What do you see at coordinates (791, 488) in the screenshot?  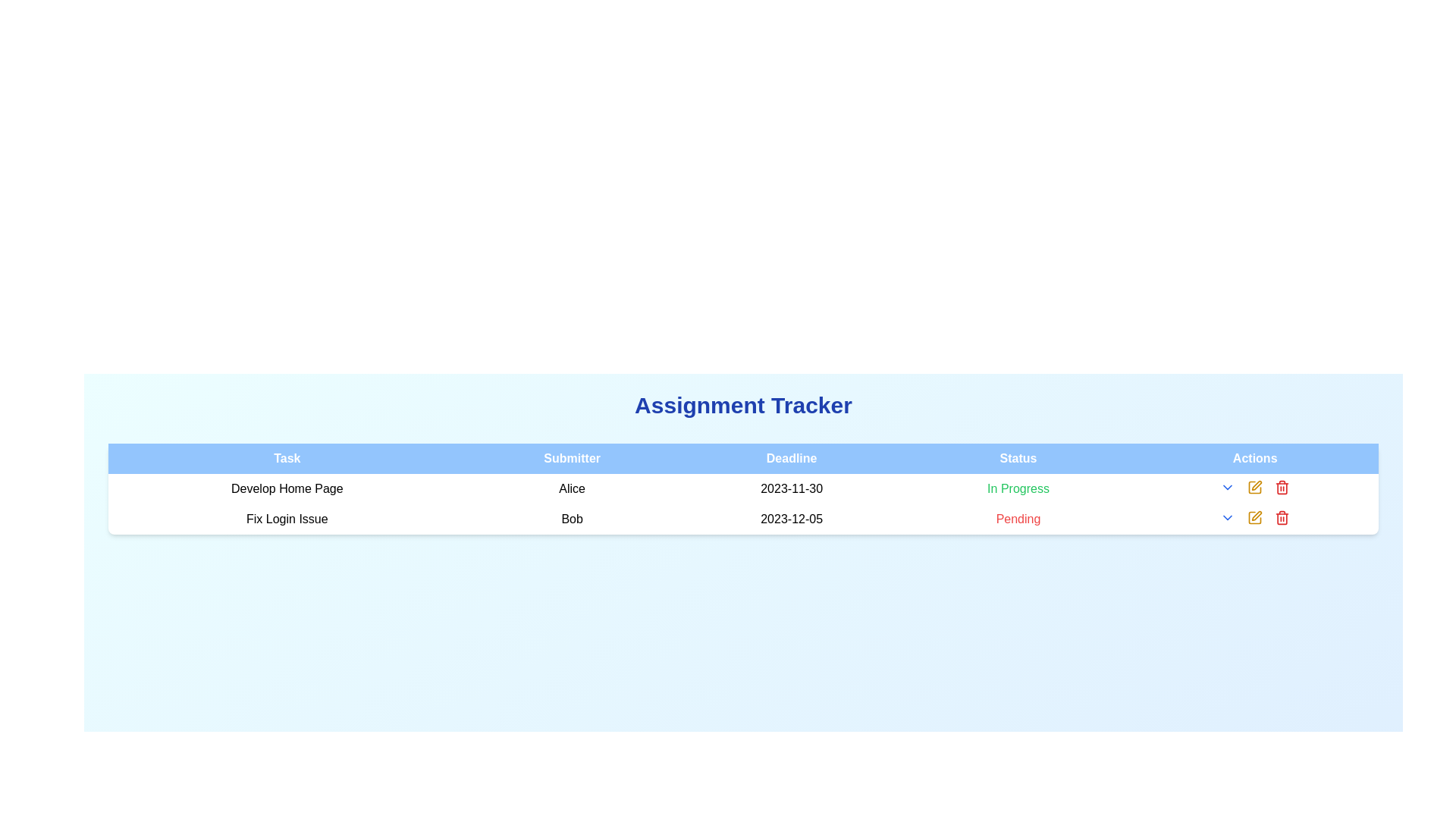 I see `value displayed in the Date field showing '2023-11-30' under the 'Deadline' column for the 'Develop Home Page' task` at bounding box center [791, 488].